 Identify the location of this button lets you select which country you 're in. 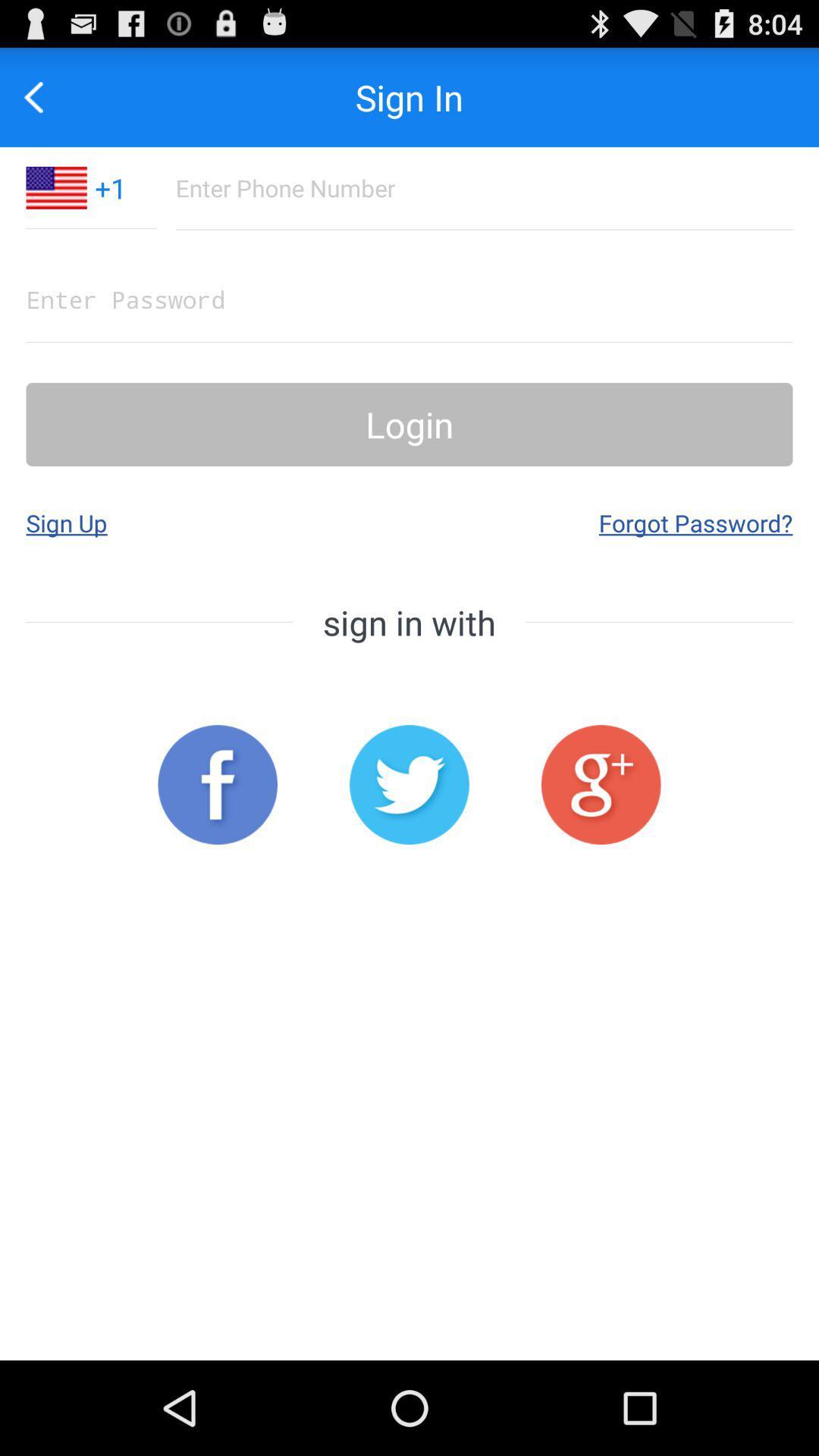
(55, 187).